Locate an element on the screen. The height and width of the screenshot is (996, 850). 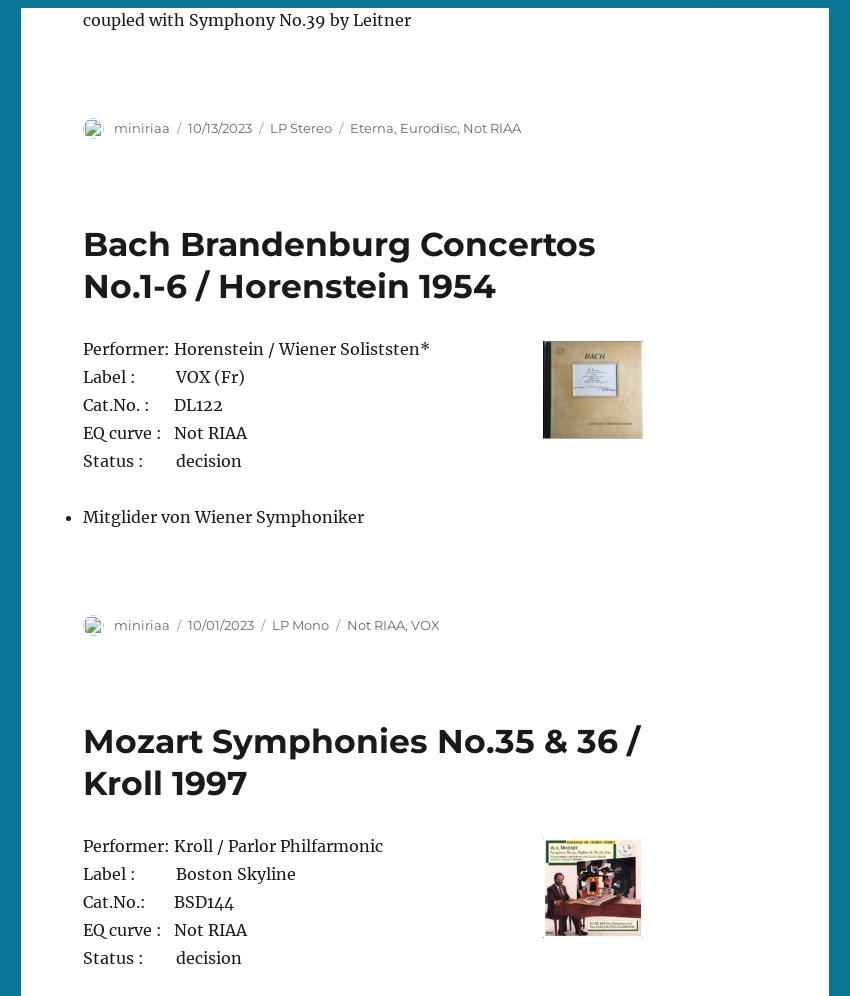
'Status :        decision' is located at coordinates (162, 458).